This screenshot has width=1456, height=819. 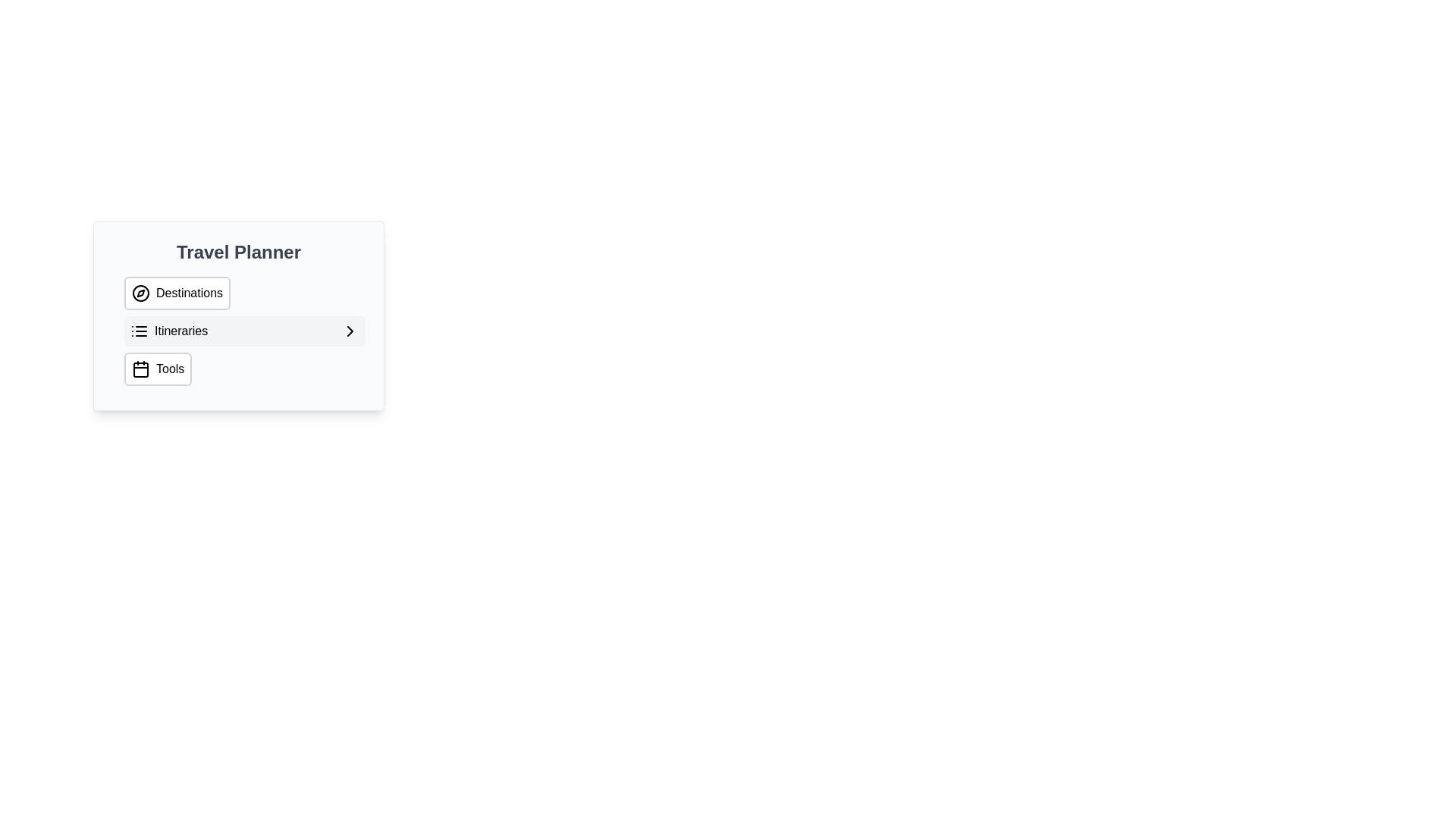 I want to click on the 'Destinations' text label, which is part of the navigation menu titled 'Travel Planner' and located to the right of the compass icon, so click(x=188, y=293).